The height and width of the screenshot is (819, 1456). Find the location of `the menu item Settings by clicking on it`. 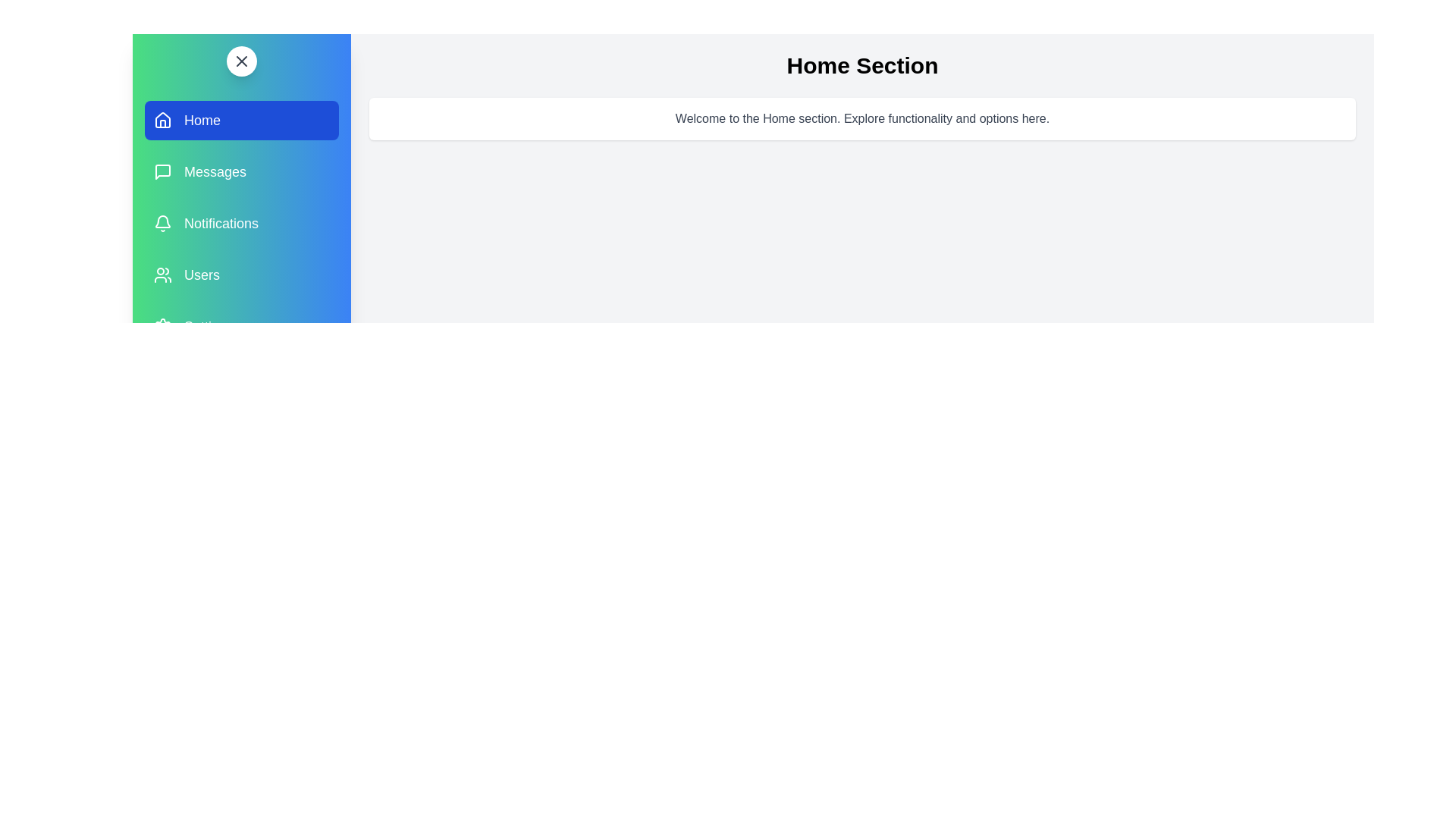

the menu item Settings by clicking on it is located at coordinates (240, 326).